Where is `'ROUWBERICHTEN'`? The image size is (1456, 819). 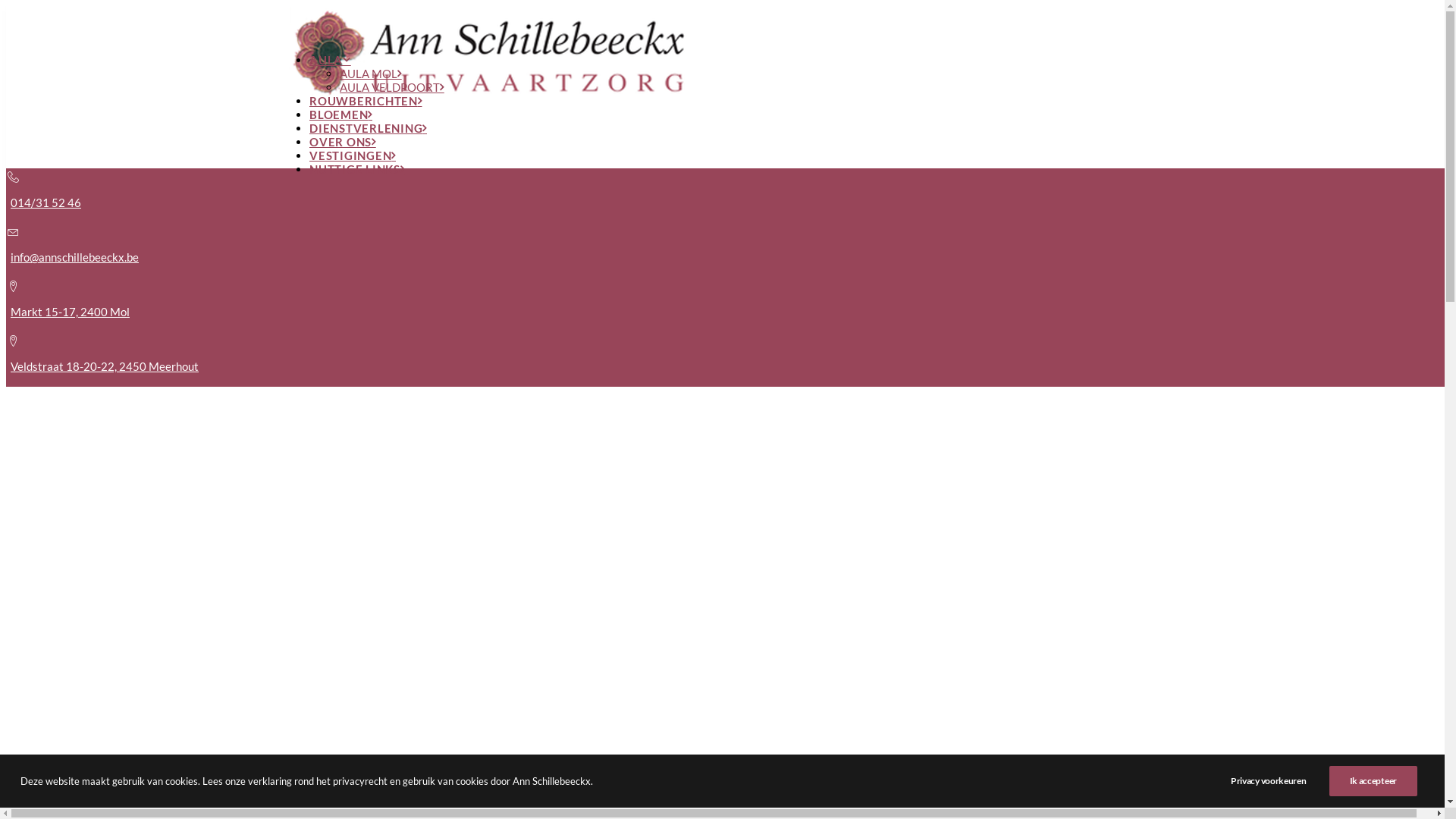
'ROUWBERICHTEN' is located at coordinates (366, 100).